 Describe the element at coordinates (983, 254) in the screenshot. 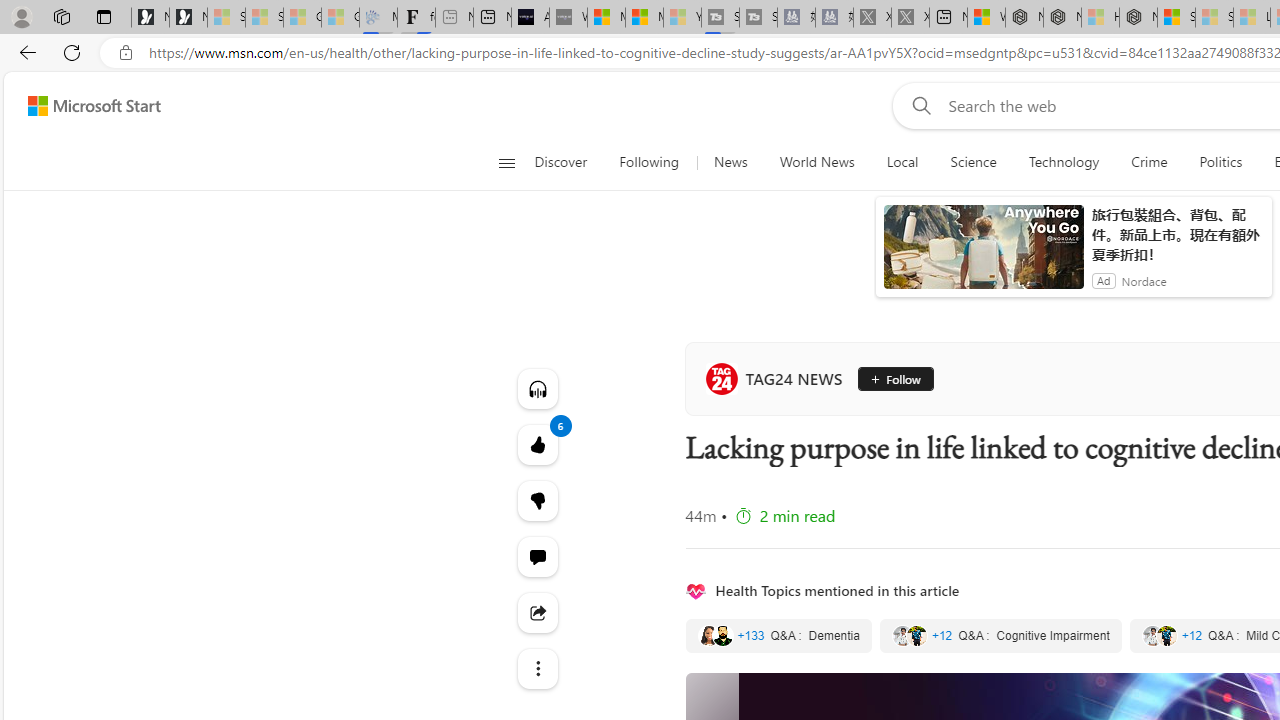

I see `'anim-content'` at that location.